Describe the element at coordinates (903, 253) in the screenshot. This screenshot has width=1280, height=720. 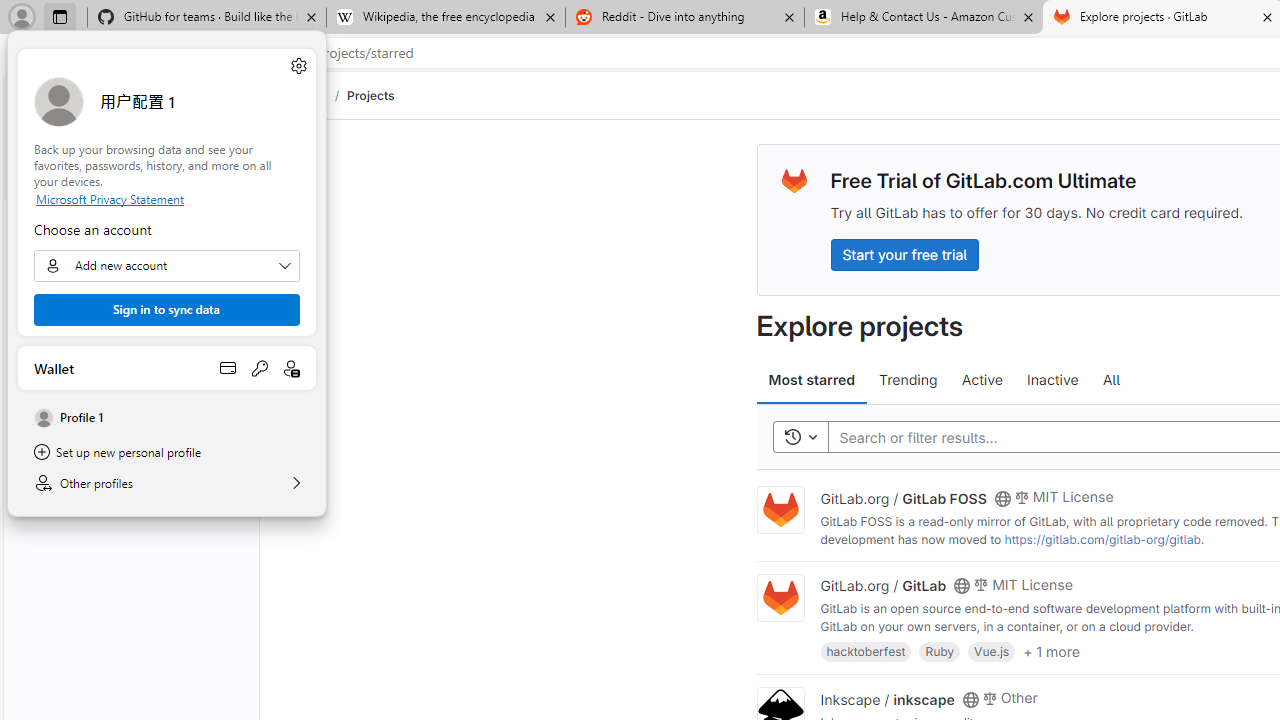
I see `'Start your free trial'` at that location.